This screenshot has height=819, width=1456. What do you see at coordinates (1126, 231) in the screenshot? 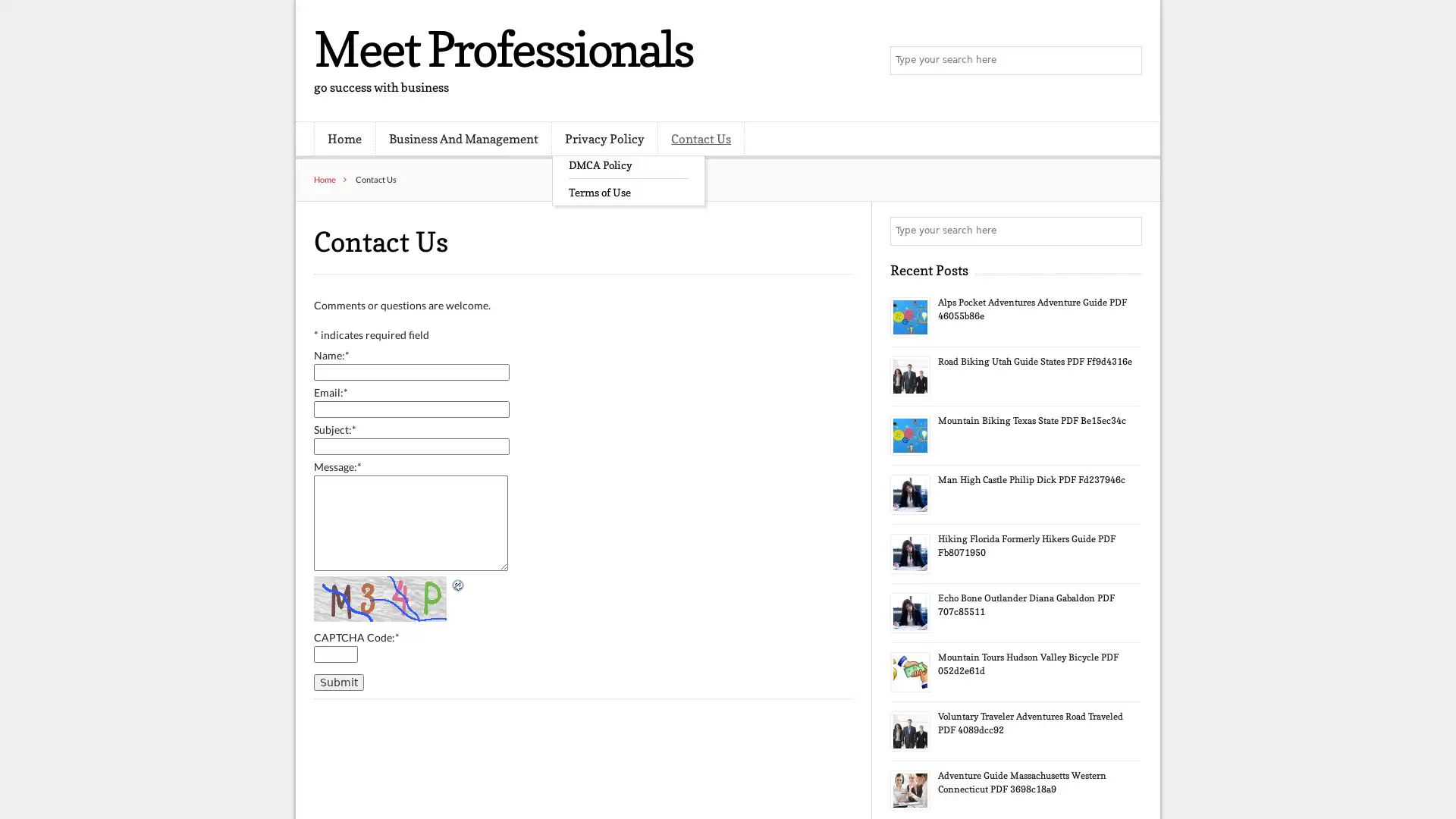
I see `Search` at bounding box center [1126, 231].